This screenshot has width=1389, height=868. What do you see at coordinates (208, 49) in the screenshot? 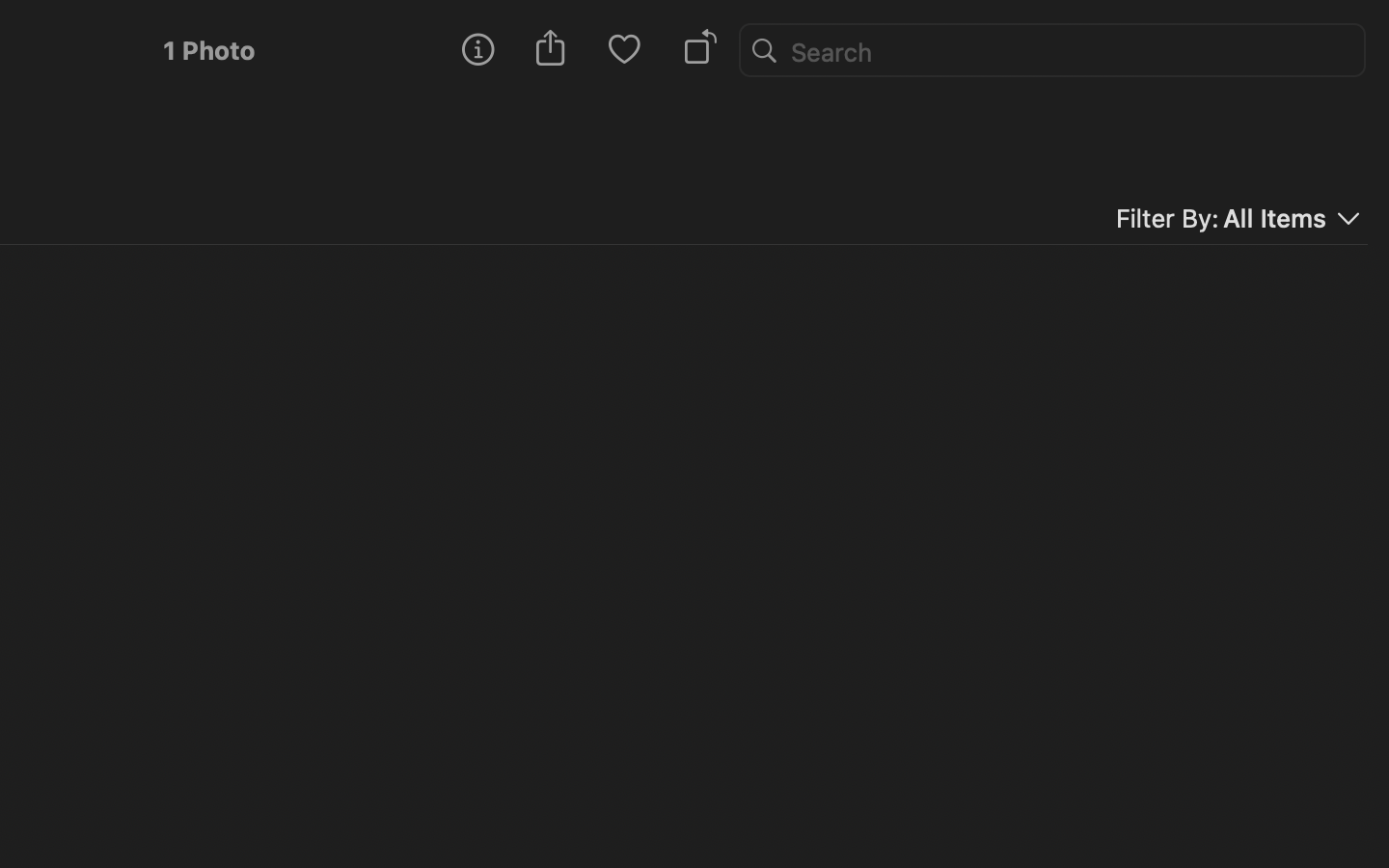
I see `'1 Photo'` at bounding box center [208, 49].